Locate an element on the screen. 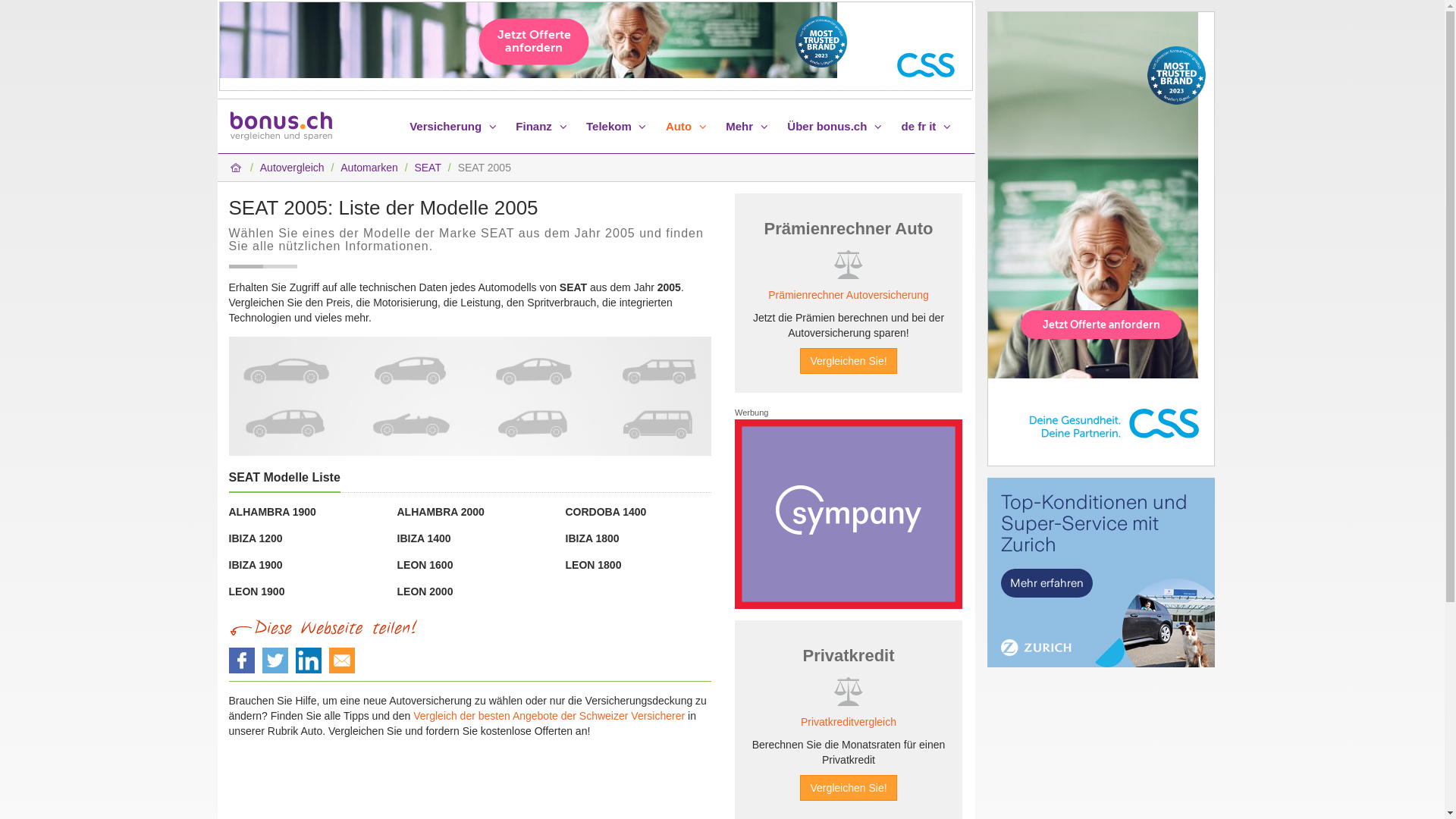  'Autovergleich' is located at coordinates (292, 167).